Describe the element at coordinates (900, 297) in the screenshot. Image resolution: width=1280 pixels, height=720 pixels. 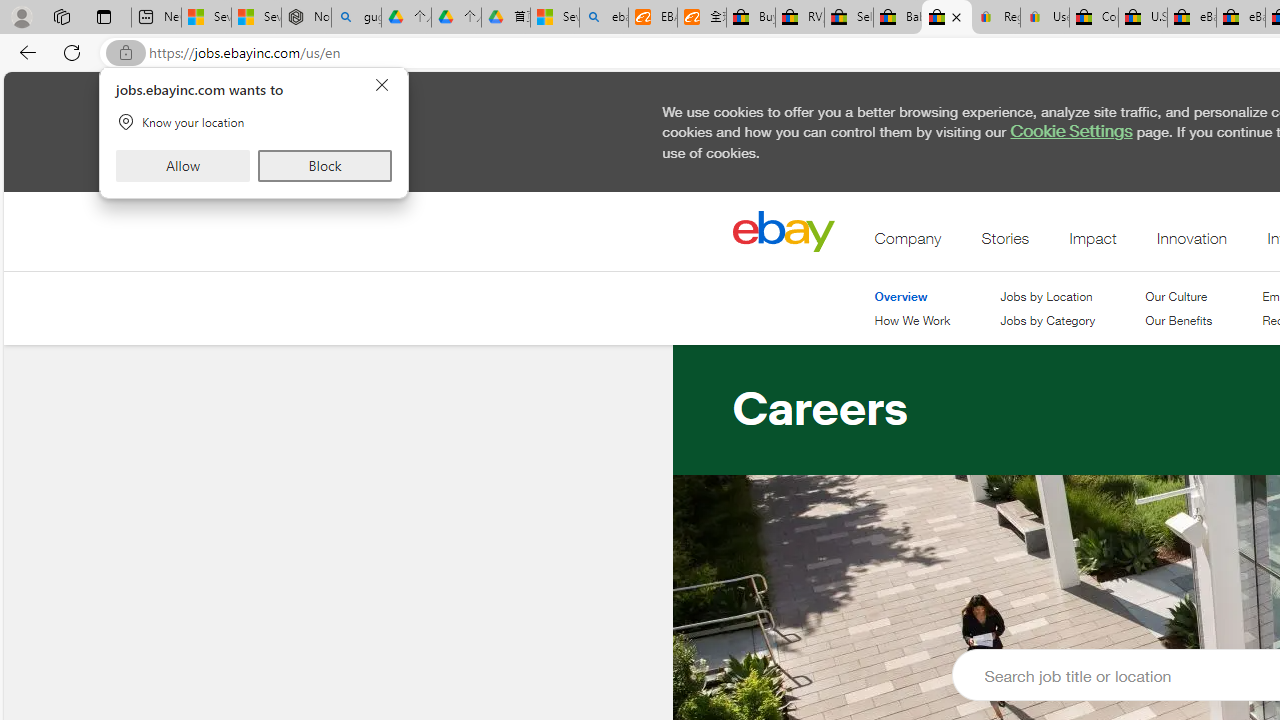
I see `'Overview'` at that location.